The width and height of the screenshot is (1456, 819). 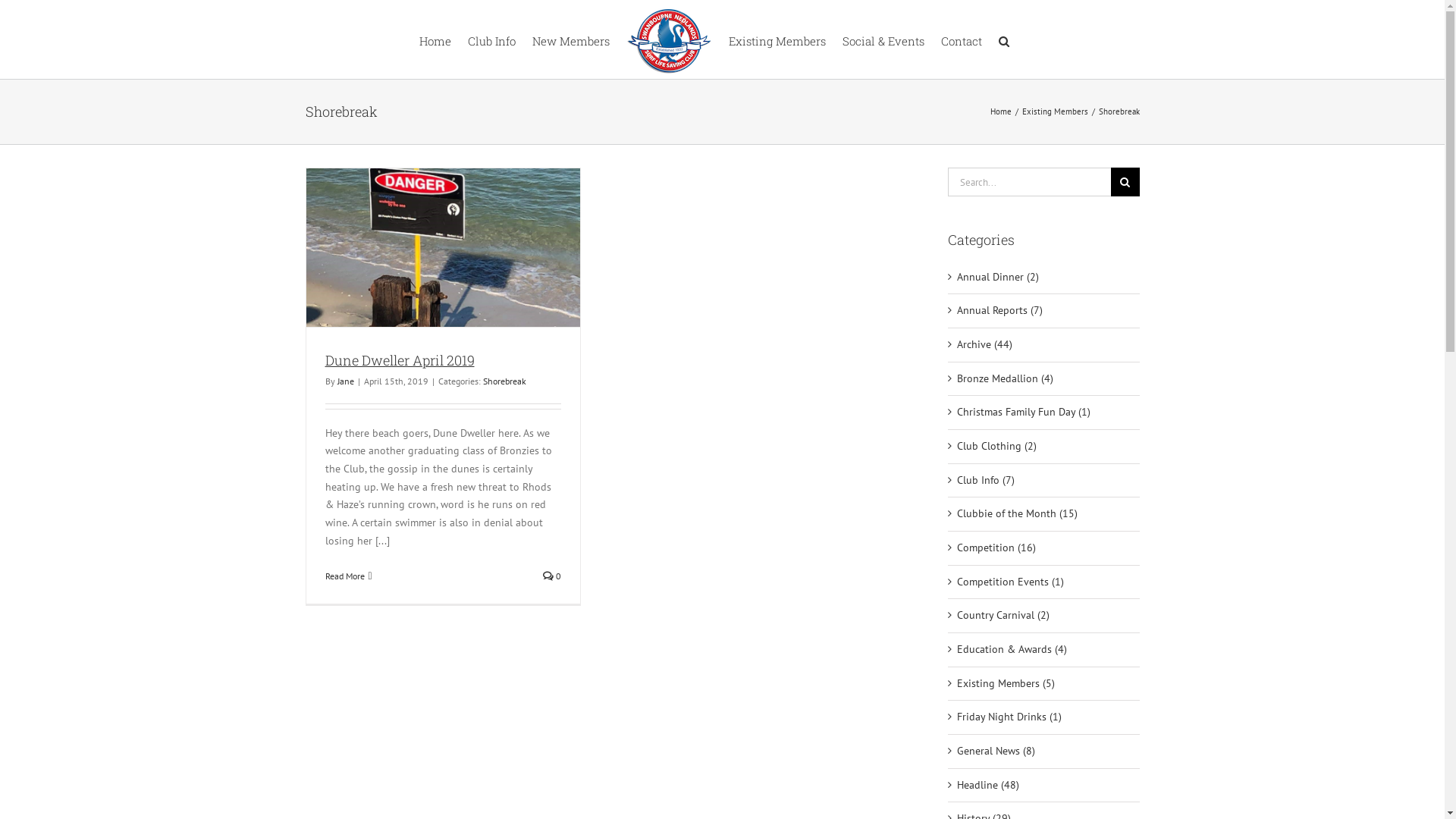 I want to click on 'Home', so click(x=433, y=38).